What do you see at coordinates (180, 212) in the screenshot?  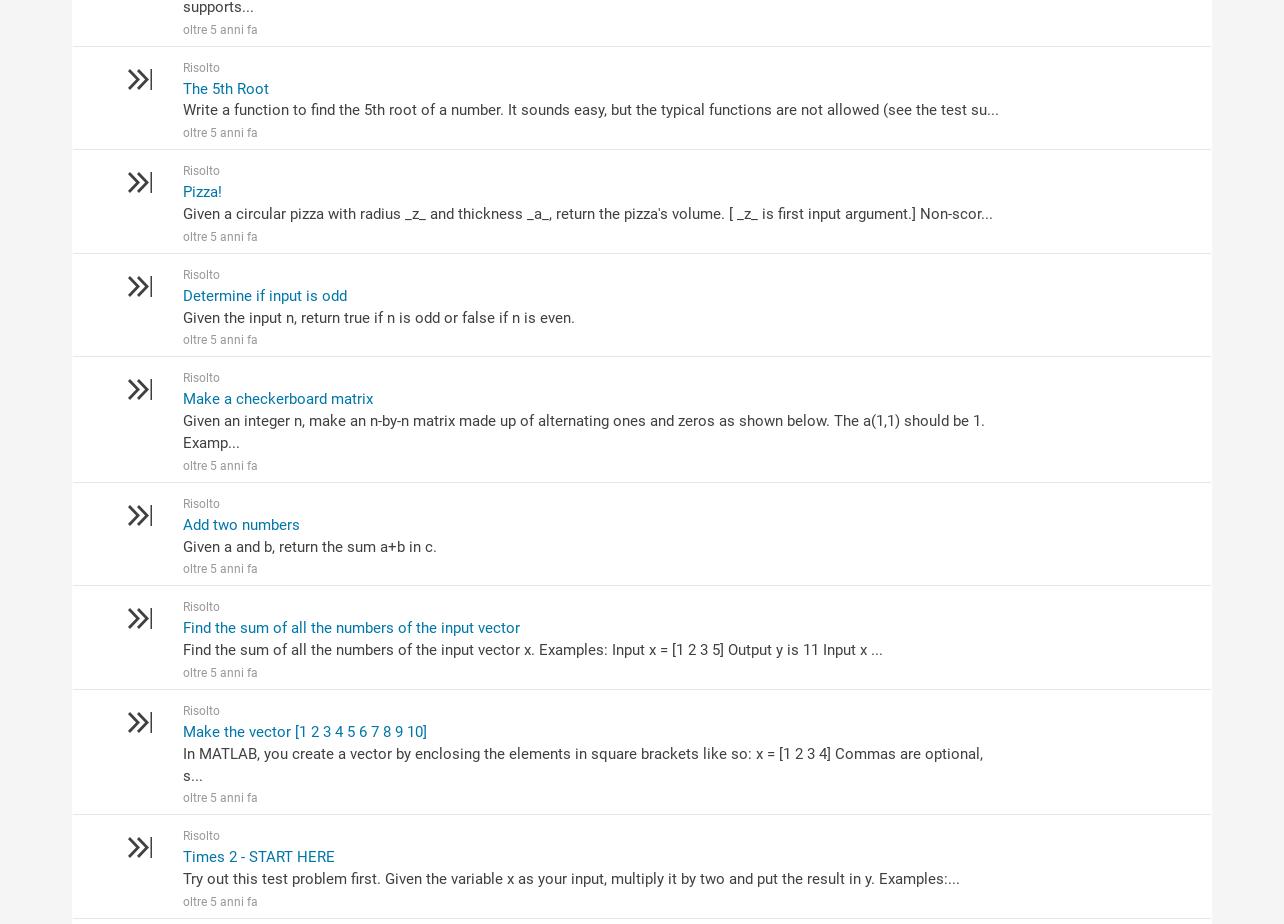 I see `'Given a circular pizza with radius _z_ and thickness _a_, return the pizza's volume. [ _z_ is first input argument.]

Non-scor...'` at bounding box center [180, 212].